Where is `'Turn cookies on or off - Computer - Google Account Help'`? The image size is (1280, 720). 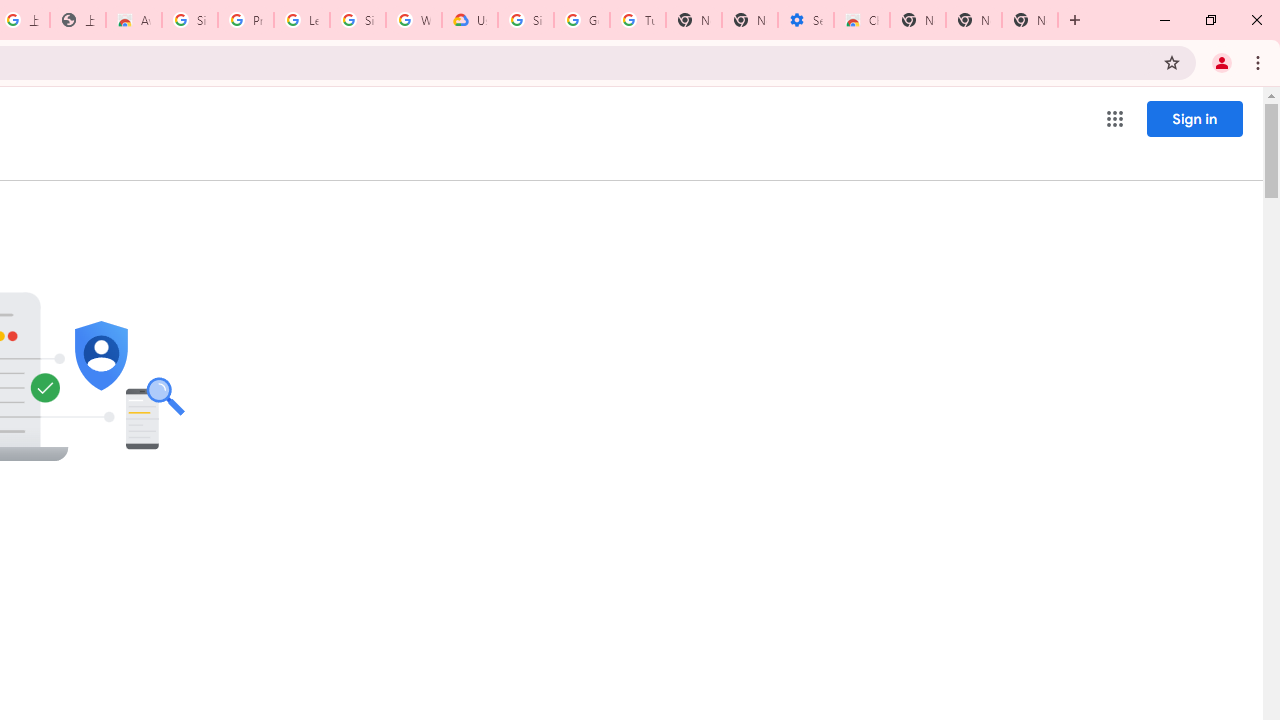
'Turn cookies on or off - Computer - Google Account Help' is located at coordinates (637, 20).